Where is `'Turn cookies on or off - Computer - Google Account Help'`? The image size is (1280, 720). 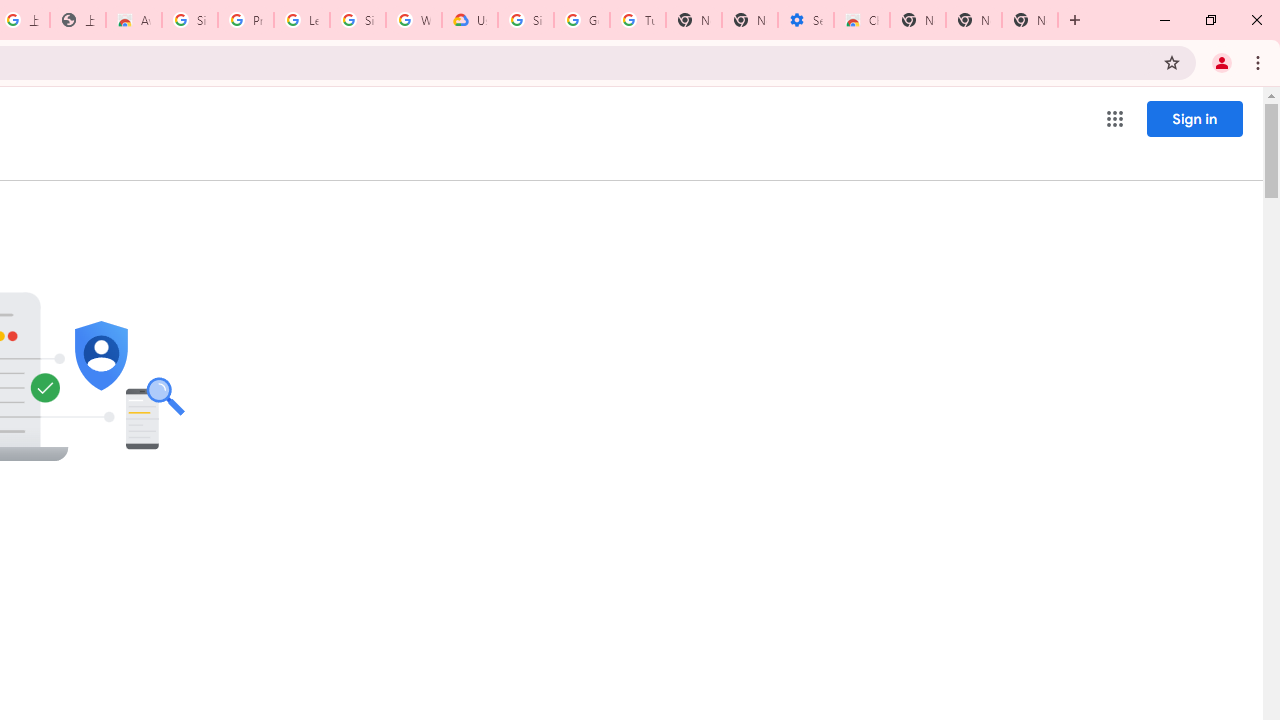
'Turn cookies on or off - Computer - Google Account Help' is located at coordinates (637, 20).